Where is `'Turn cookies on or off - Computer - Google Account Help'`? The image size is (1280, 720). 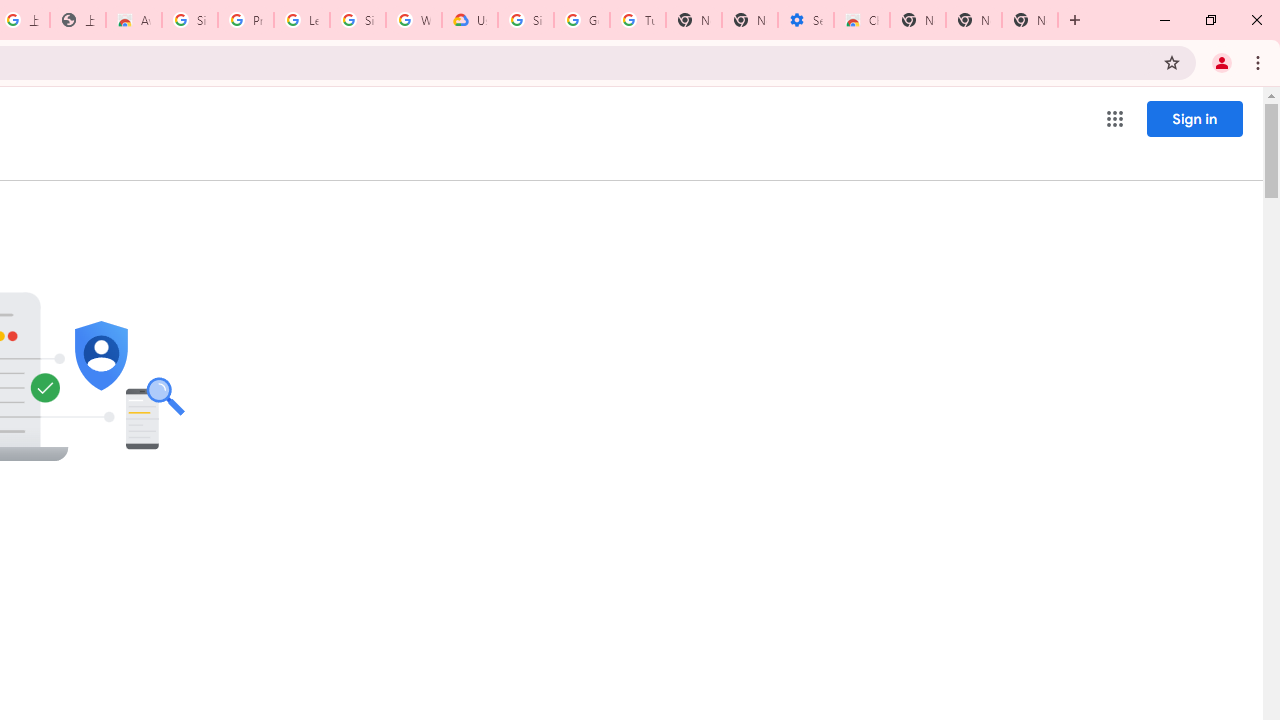
'Turn cookies on or off - Computer - Google Account Help' is located at coordinates (637, 20).